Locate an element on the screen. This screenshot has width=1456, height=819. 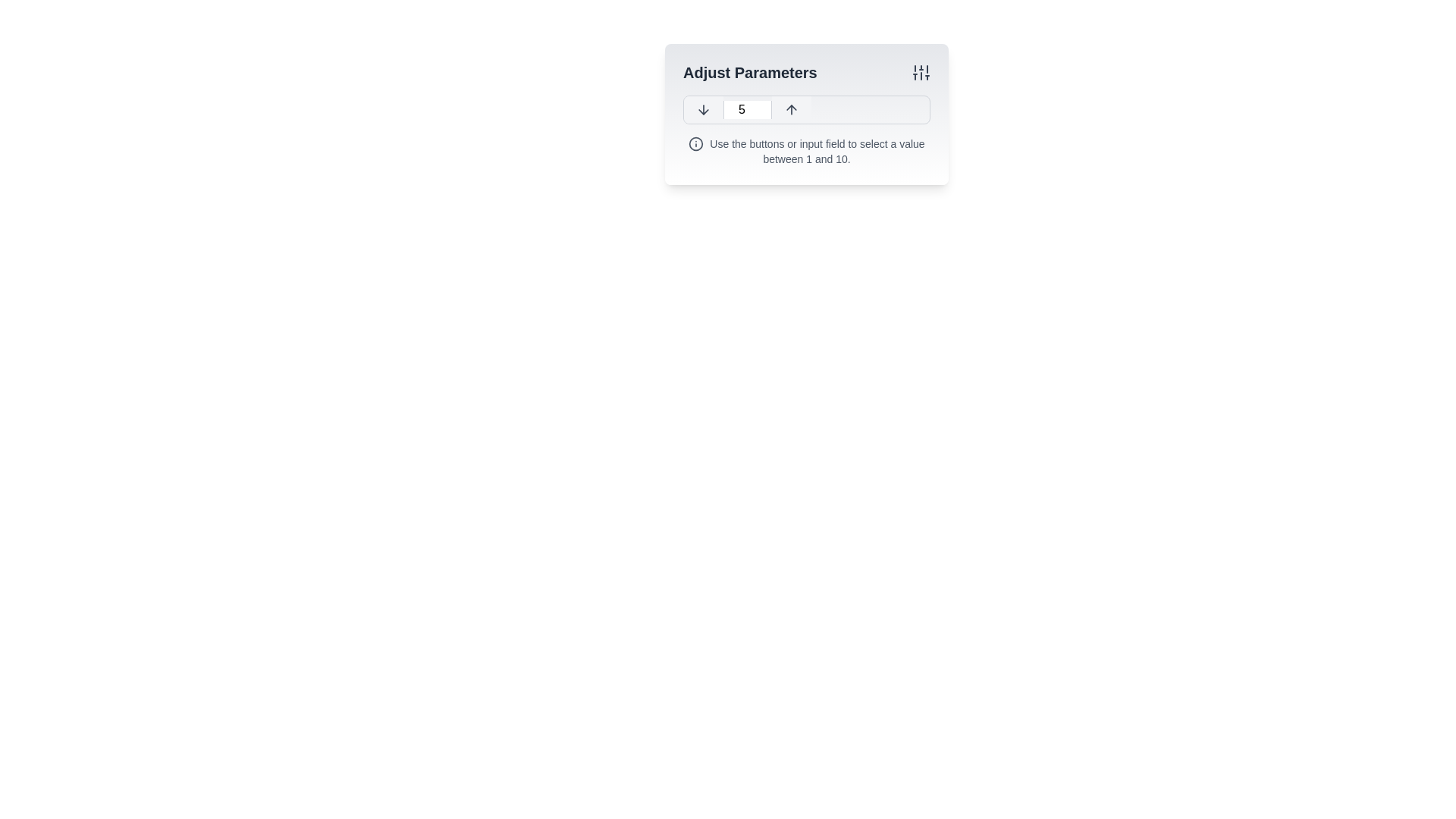
the upward-pointing arrow icon located within a button on the right side of the control panel to potentially reveal more details or states is located at coordinates (790, 109).